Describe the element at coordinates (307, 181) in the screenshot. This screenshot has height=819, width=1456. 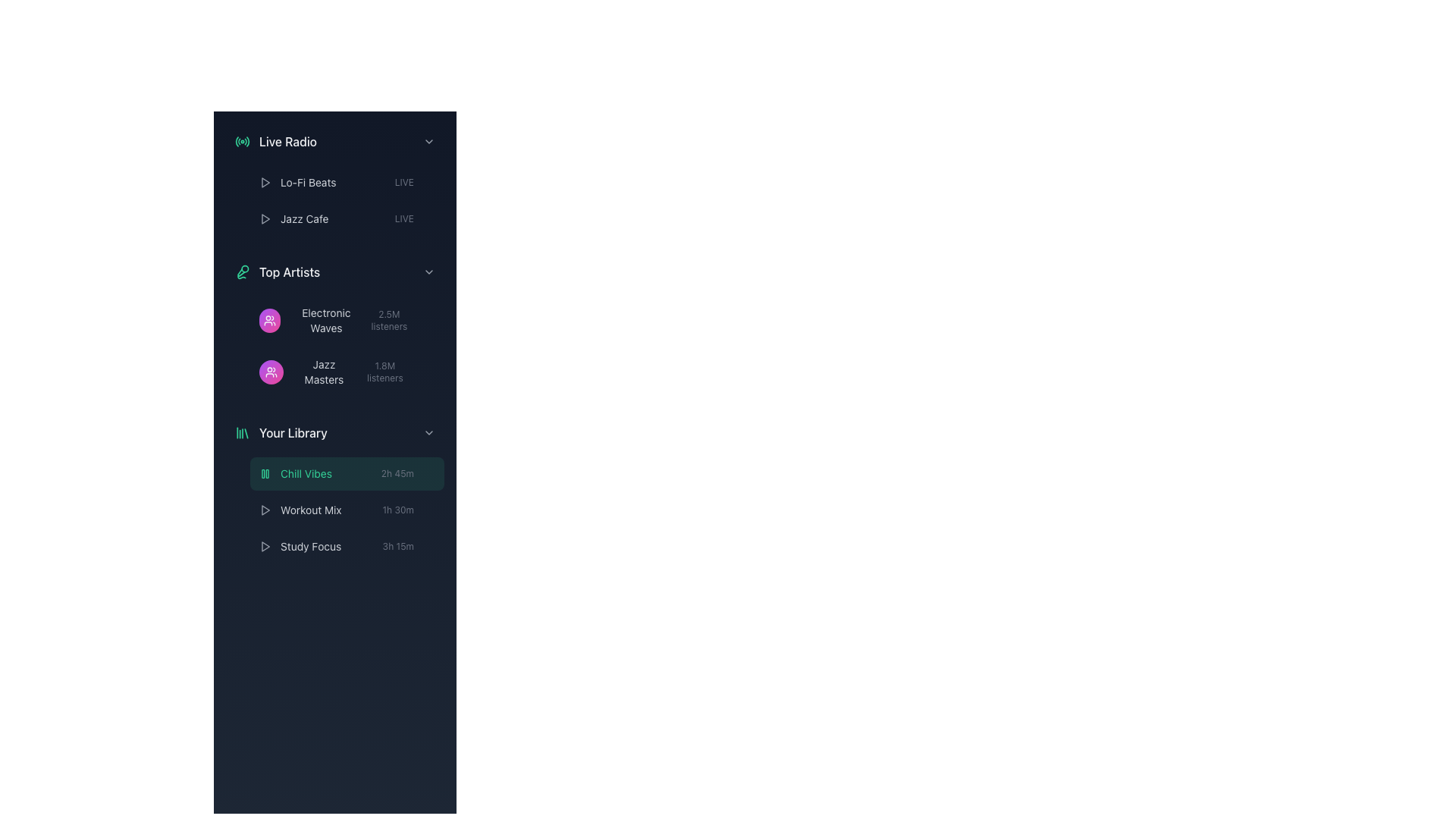
I see `text label displaying 'Lo-Fi Beats' located within the 'Live Radio' section of the left sidebar, positioned between the title 'Live Radio' and the item 'Jazz Cafe'` at that location.